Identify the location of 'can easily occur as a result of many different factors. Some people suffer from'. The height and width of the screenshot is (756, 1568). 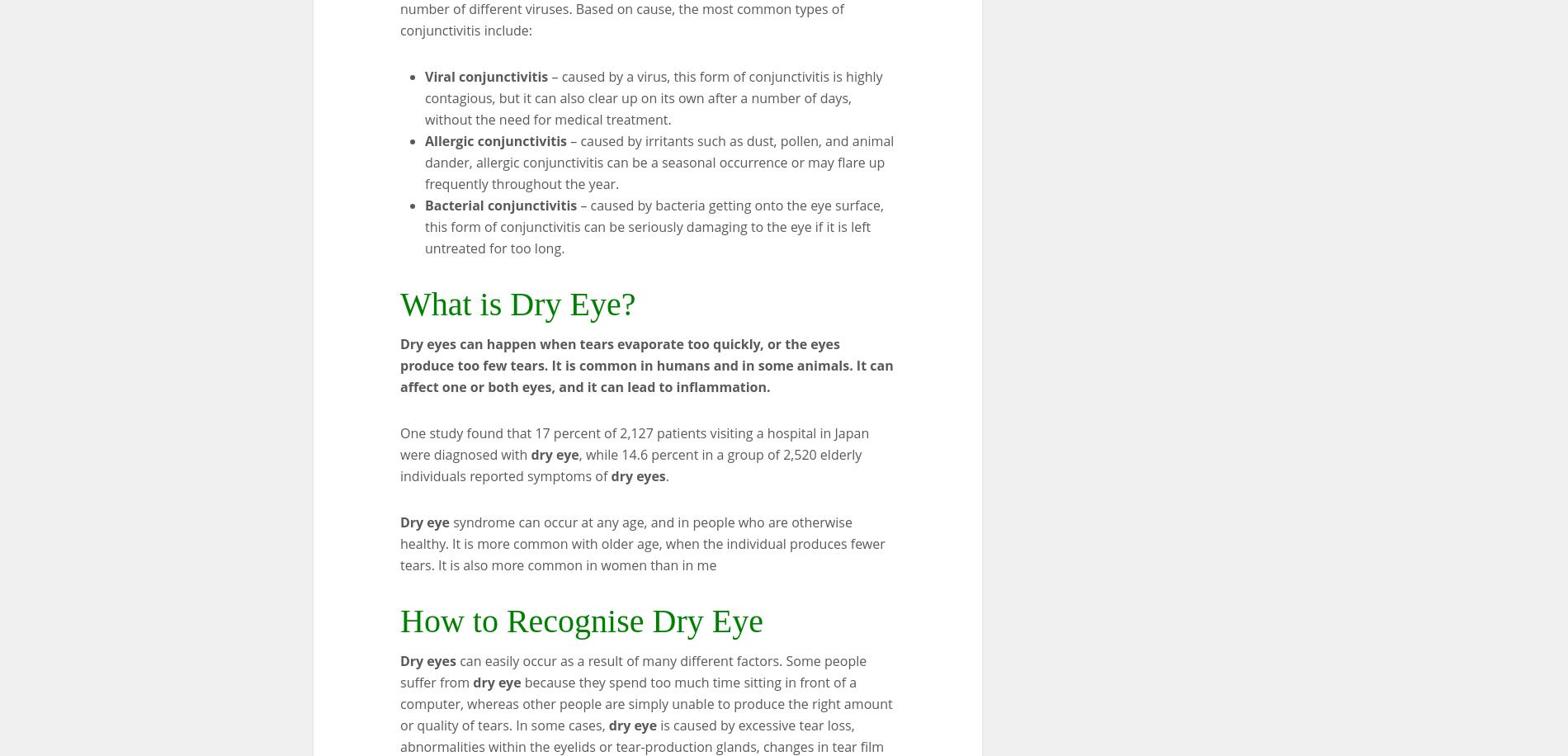
(400, 671).